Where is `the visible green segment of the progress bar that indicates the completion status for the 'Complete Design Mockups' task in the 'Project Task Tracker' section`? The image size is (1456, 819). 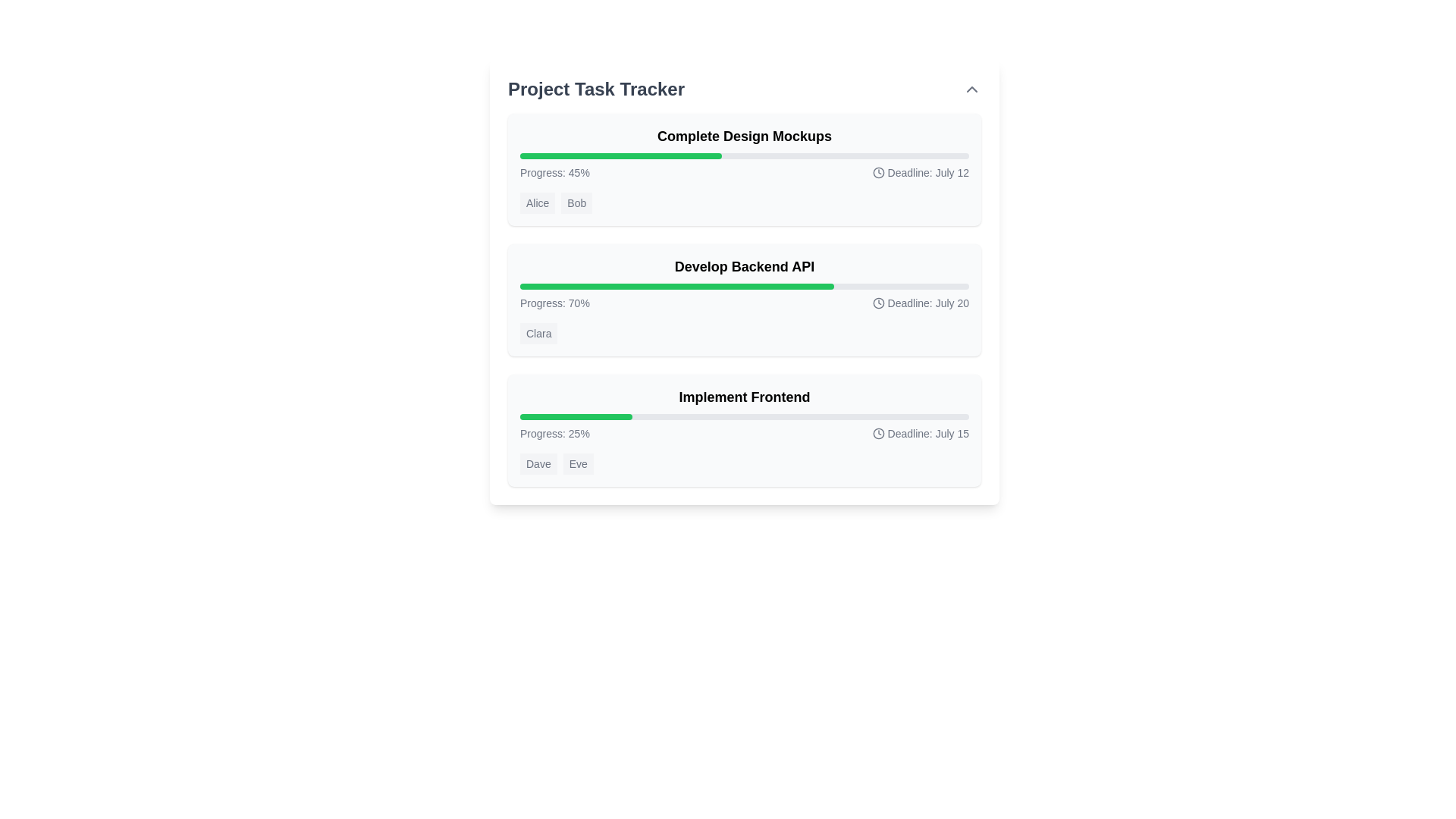 the visible green segment of the progress bar that indicates the completion status for the 'Complete Design Mockups' task in the 'Project Task Tracker' section is located at coordinates (575, 417).